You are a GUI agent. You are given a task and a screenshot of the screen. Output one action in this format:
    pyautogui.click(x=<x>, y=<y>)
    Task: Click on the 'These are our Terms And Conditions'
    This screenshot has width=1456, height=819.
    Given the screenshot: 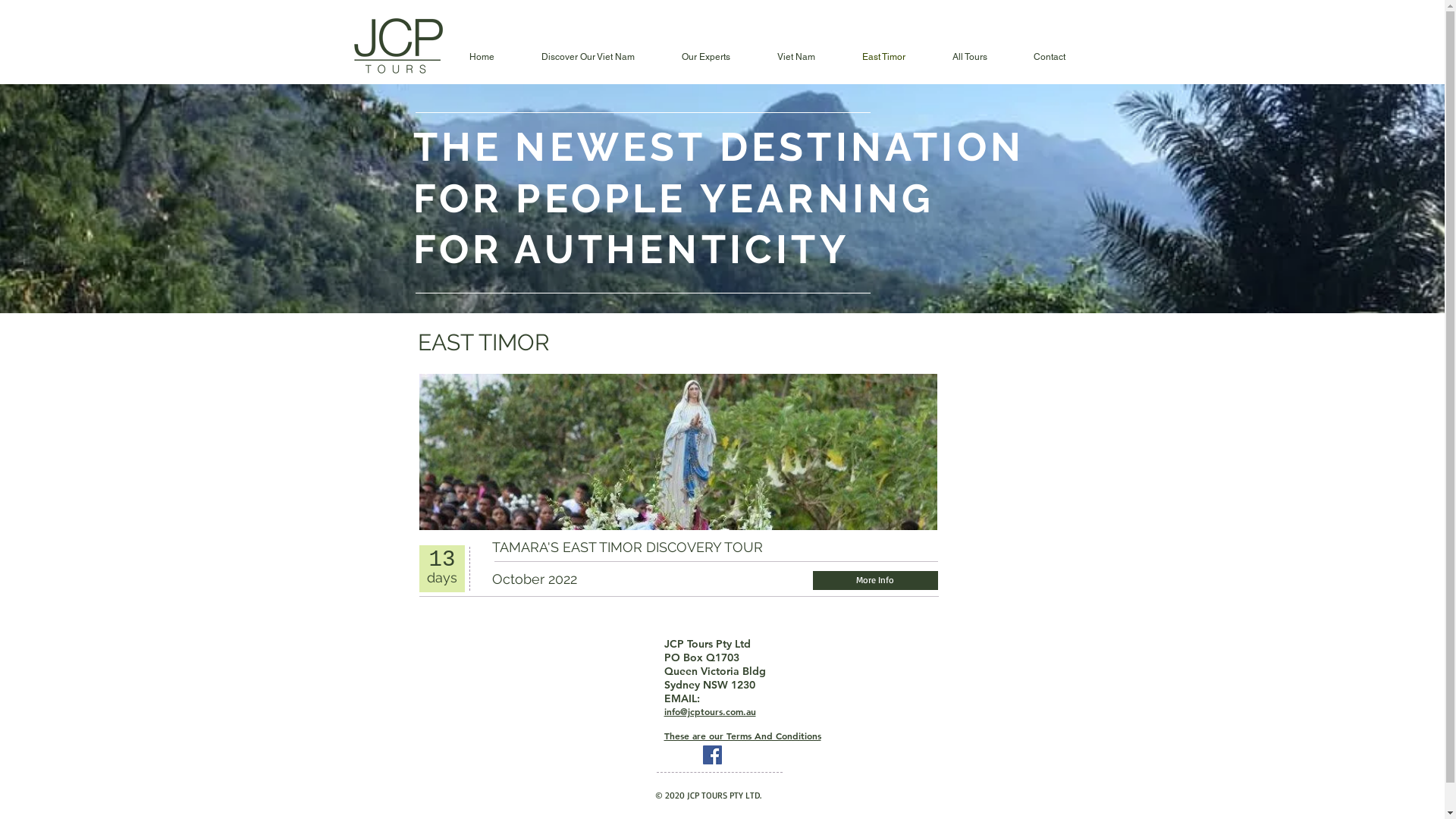 What is the action you would take?
    pyautogui.click(x=742, y=735)
    